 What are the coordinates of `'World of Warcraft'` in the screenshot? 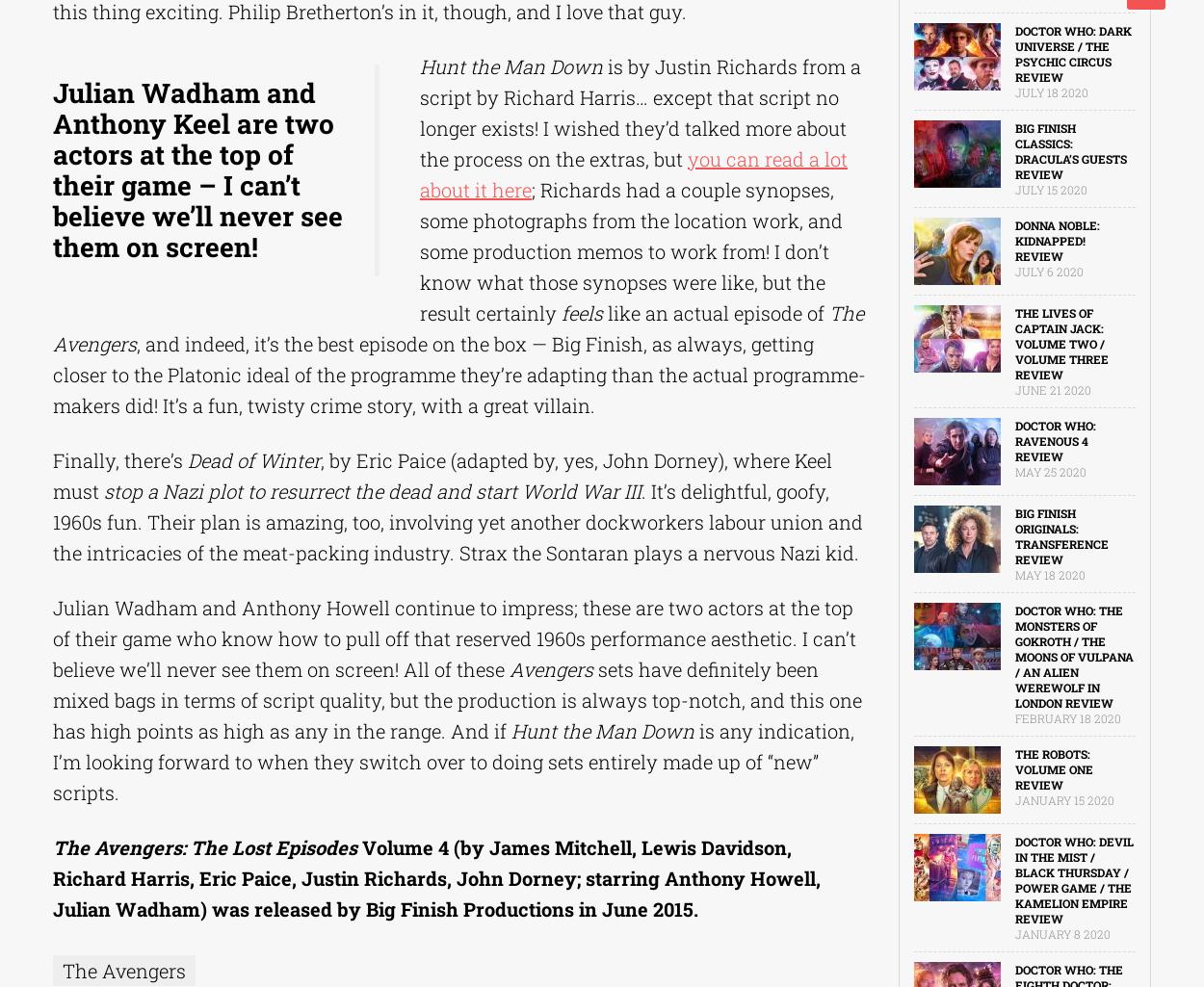 It's located at (35, 146).